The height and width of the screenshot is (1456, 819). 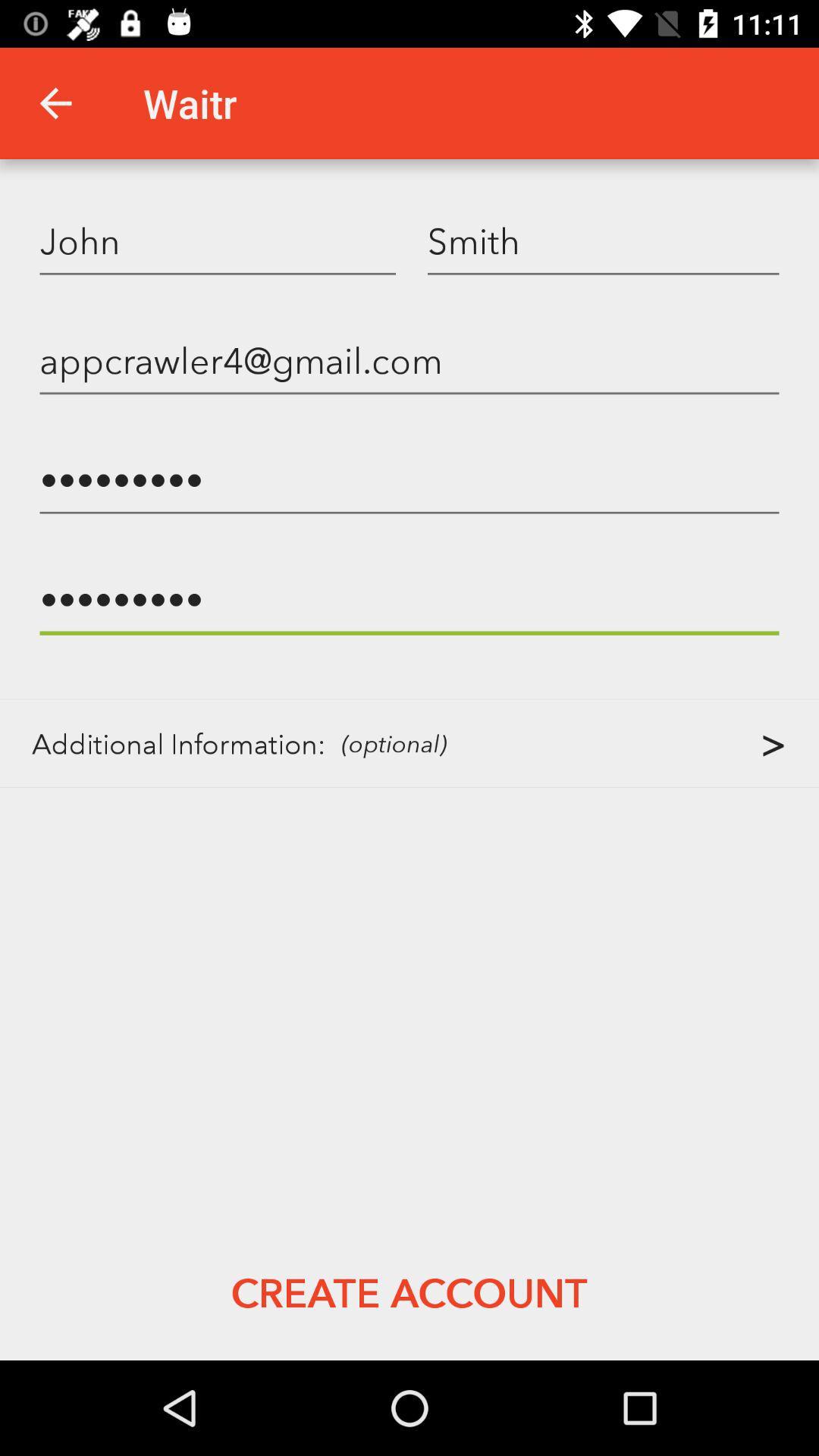 What do you see at coordinates (602, 240) in the screenshot?
I see `smith item` at bounding box center [602, 240].